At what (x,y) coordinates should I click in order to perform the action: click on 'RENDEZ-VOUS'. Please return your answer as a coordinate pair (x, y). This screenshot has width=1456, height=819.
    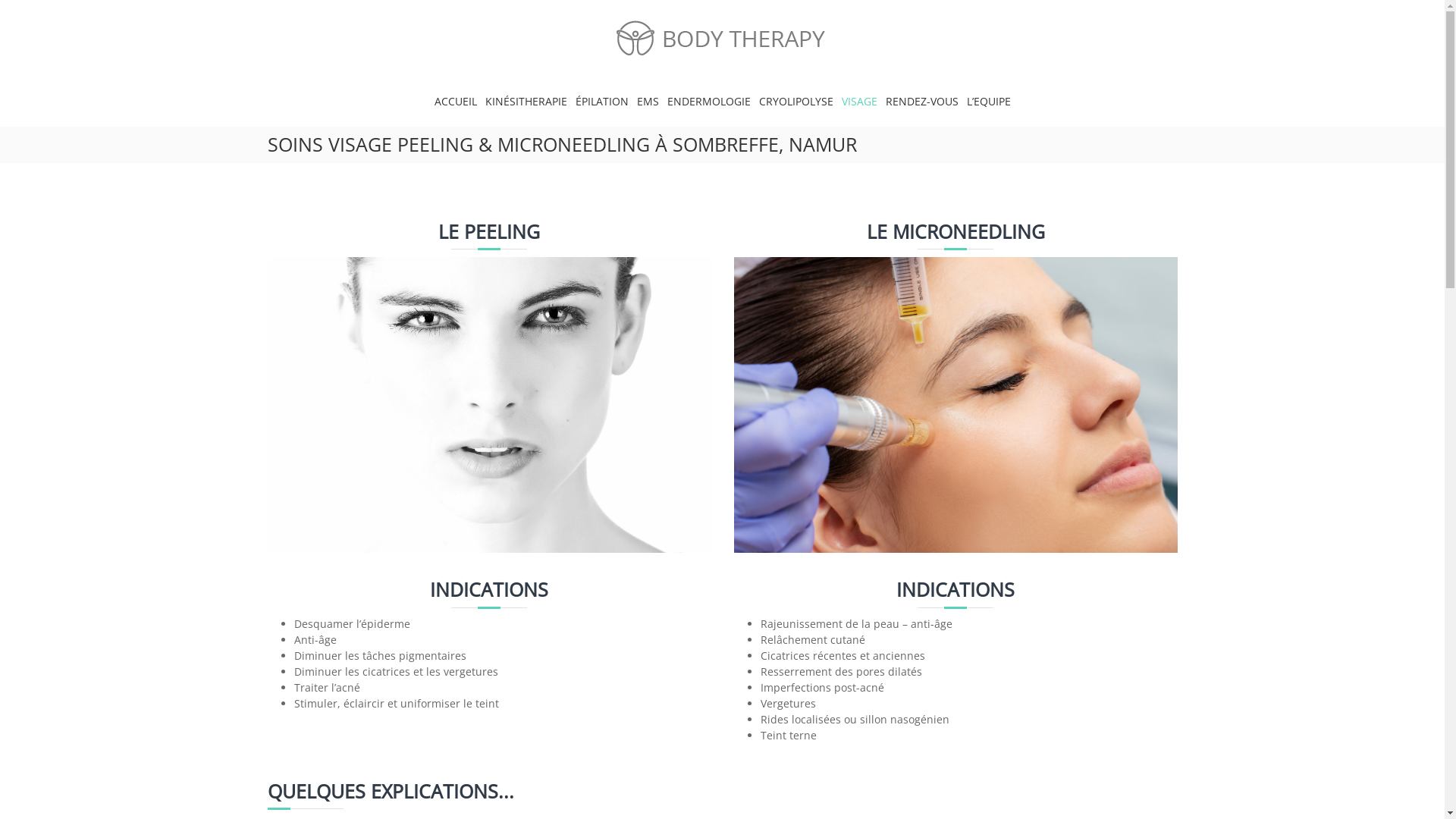
    Looking at the image, I should click on (921, 101).